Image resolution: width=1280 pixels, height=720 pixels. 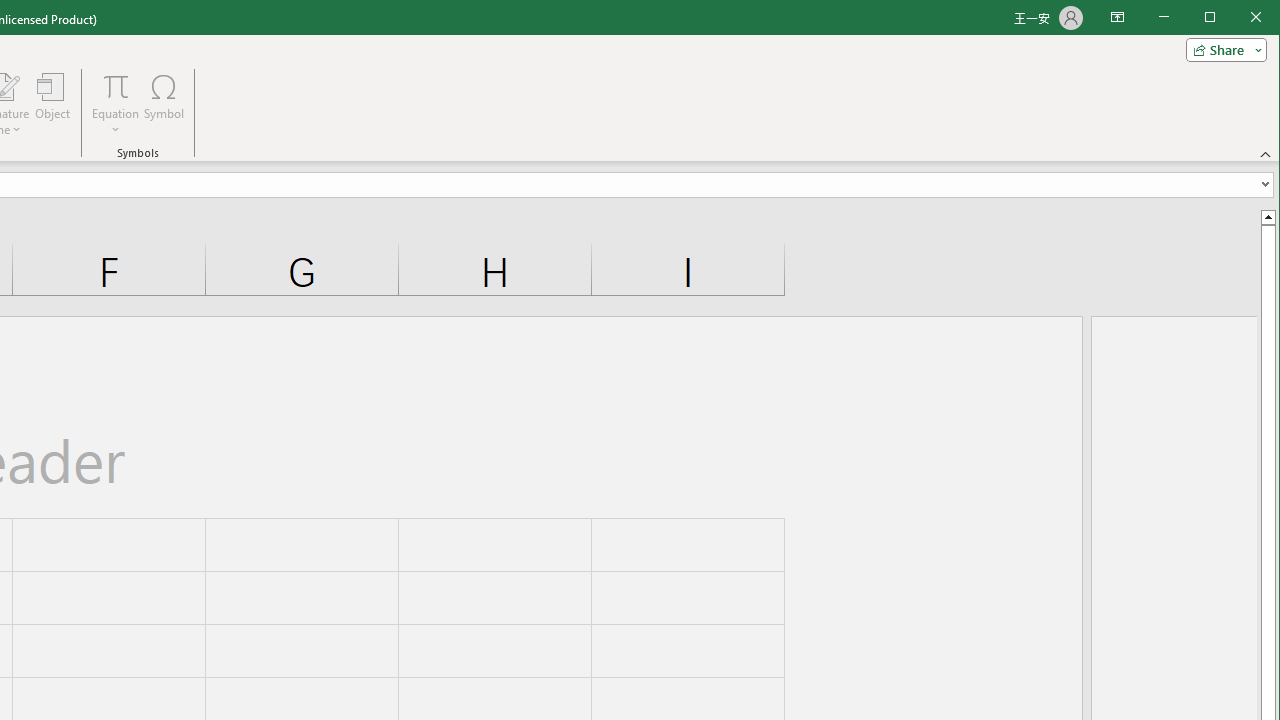 What do you see at coordinates (53, 104) in the screenshot?
I see `'Object...'` at bounding box center [53, 104].